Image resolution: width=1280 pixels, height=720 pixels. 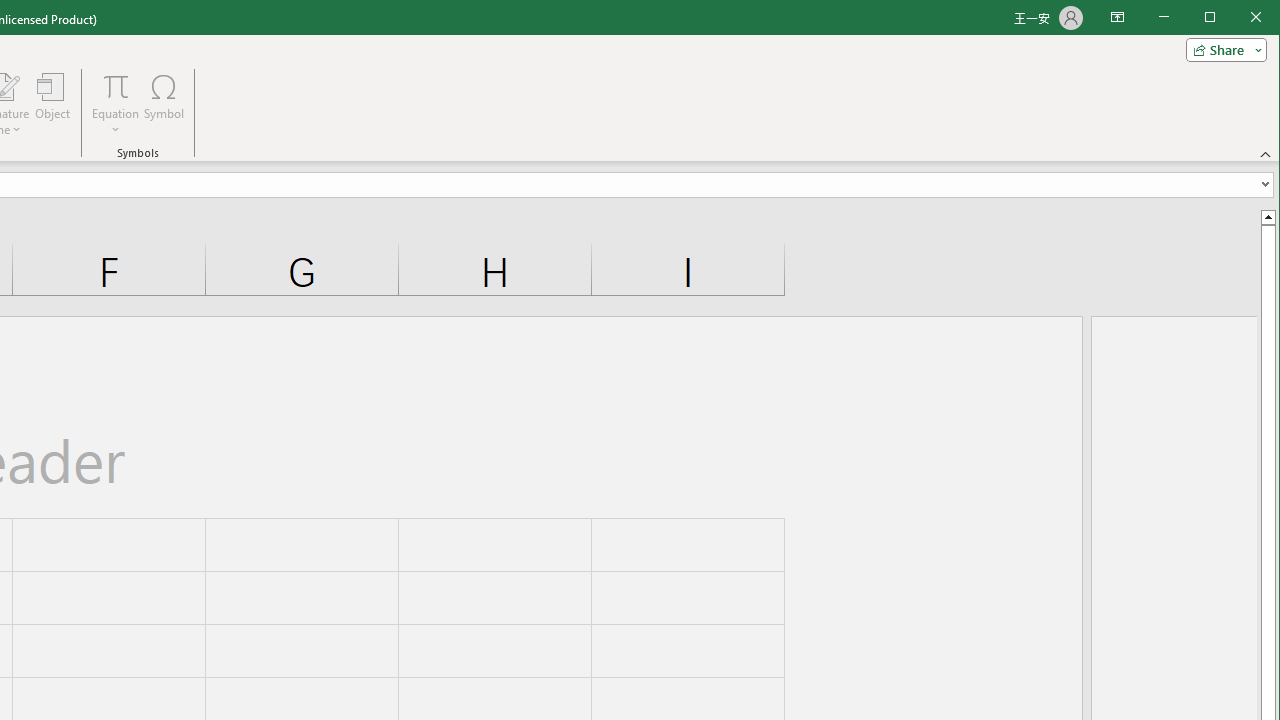 What do you see at coordinates (53, 104) in the screenshot?
I see `'Object...'` at bounding box center [53, 104].